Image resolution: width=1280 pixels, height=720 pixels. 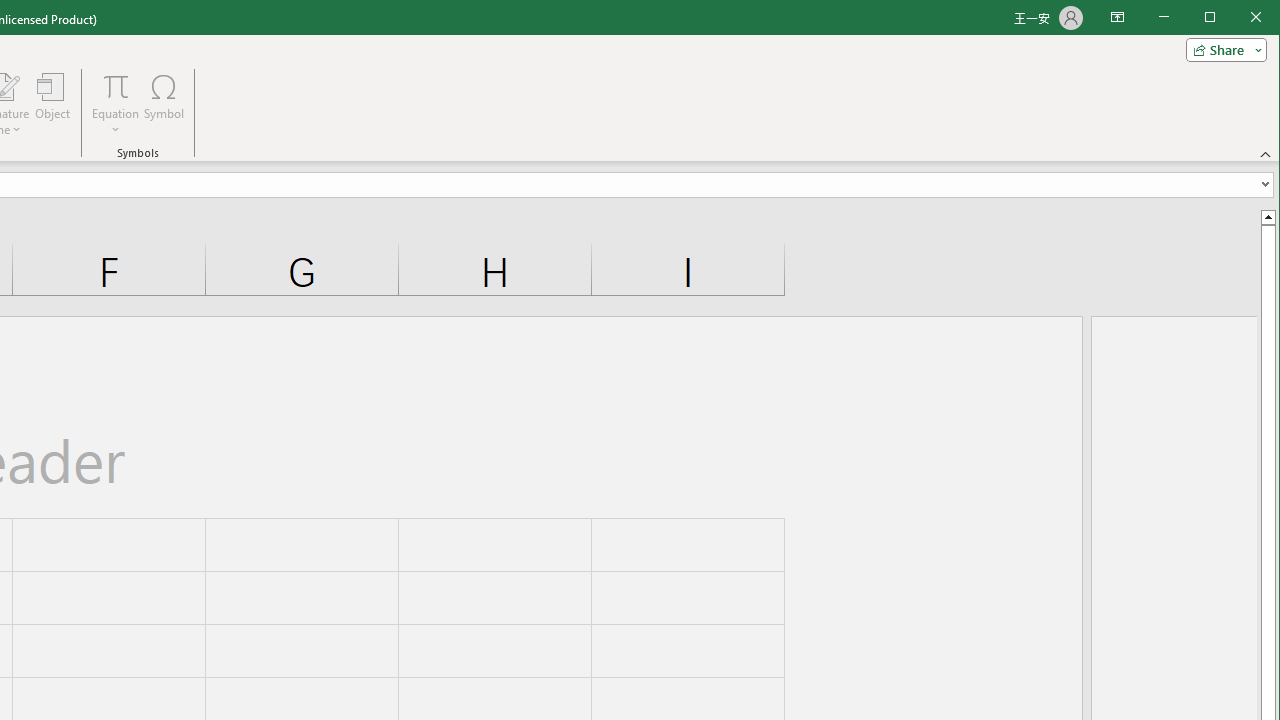 What do you see at coordinates (53, 104) in the screenshot?
I see `'Object...'` at bounding box center [53, 104].